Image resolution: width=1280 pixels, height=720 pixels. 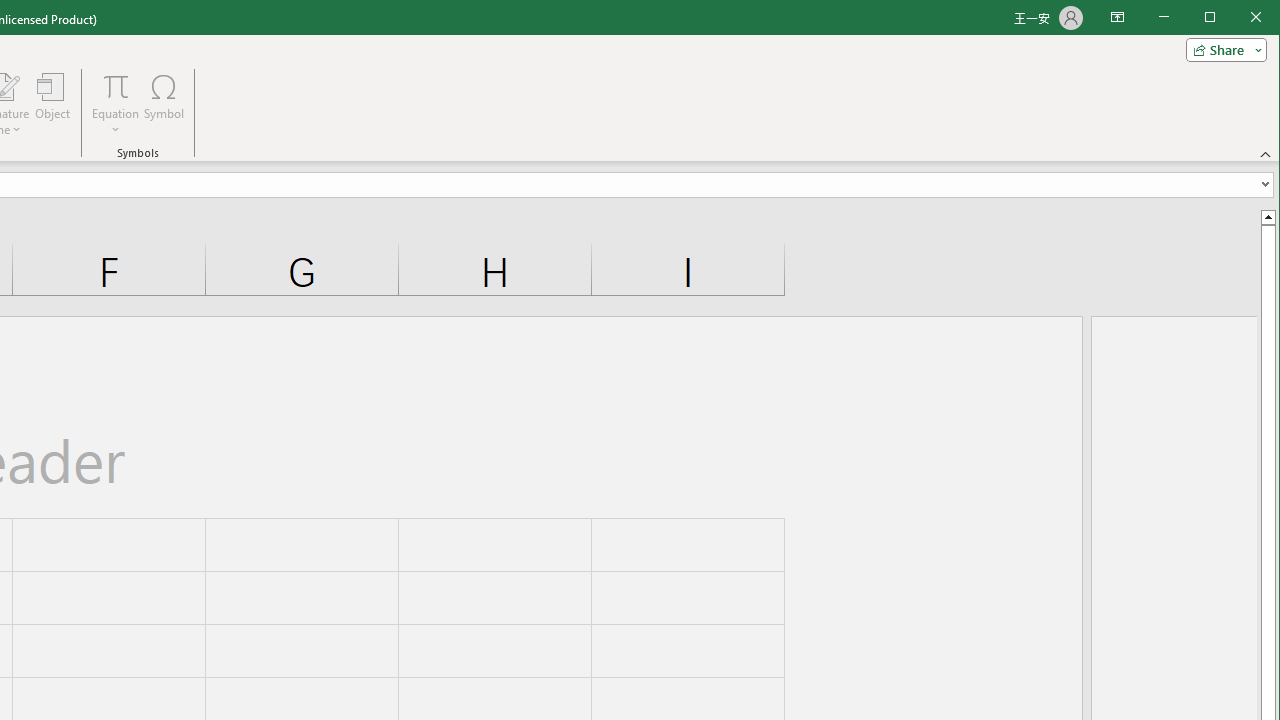 What do you see at coordinates (53, 104) in the screenshot?
I see `'Object...'` at bounding box center [53, 104].